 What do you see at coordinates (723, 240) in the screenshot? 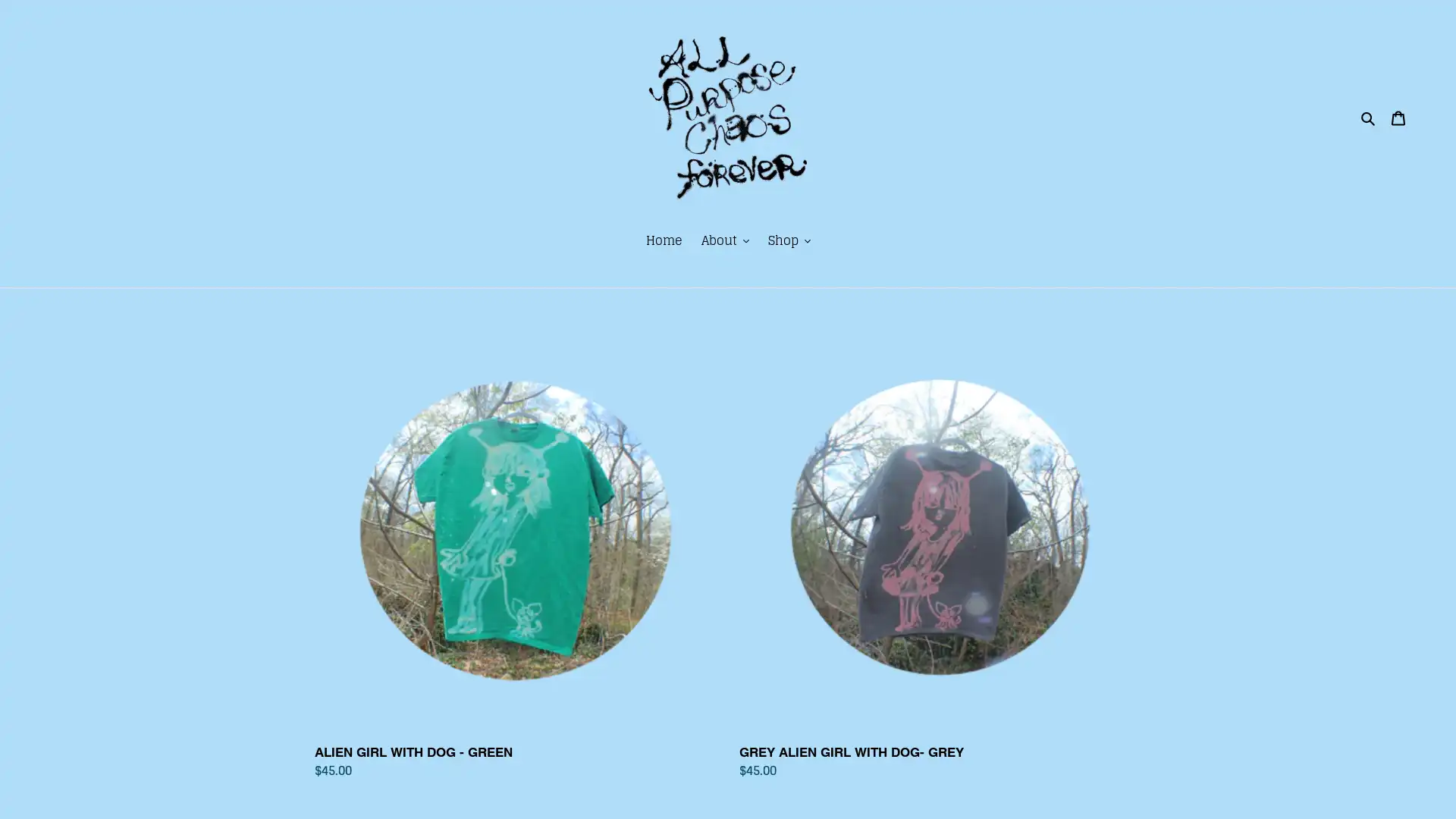
I see `About` at bounding box center [723, 240].